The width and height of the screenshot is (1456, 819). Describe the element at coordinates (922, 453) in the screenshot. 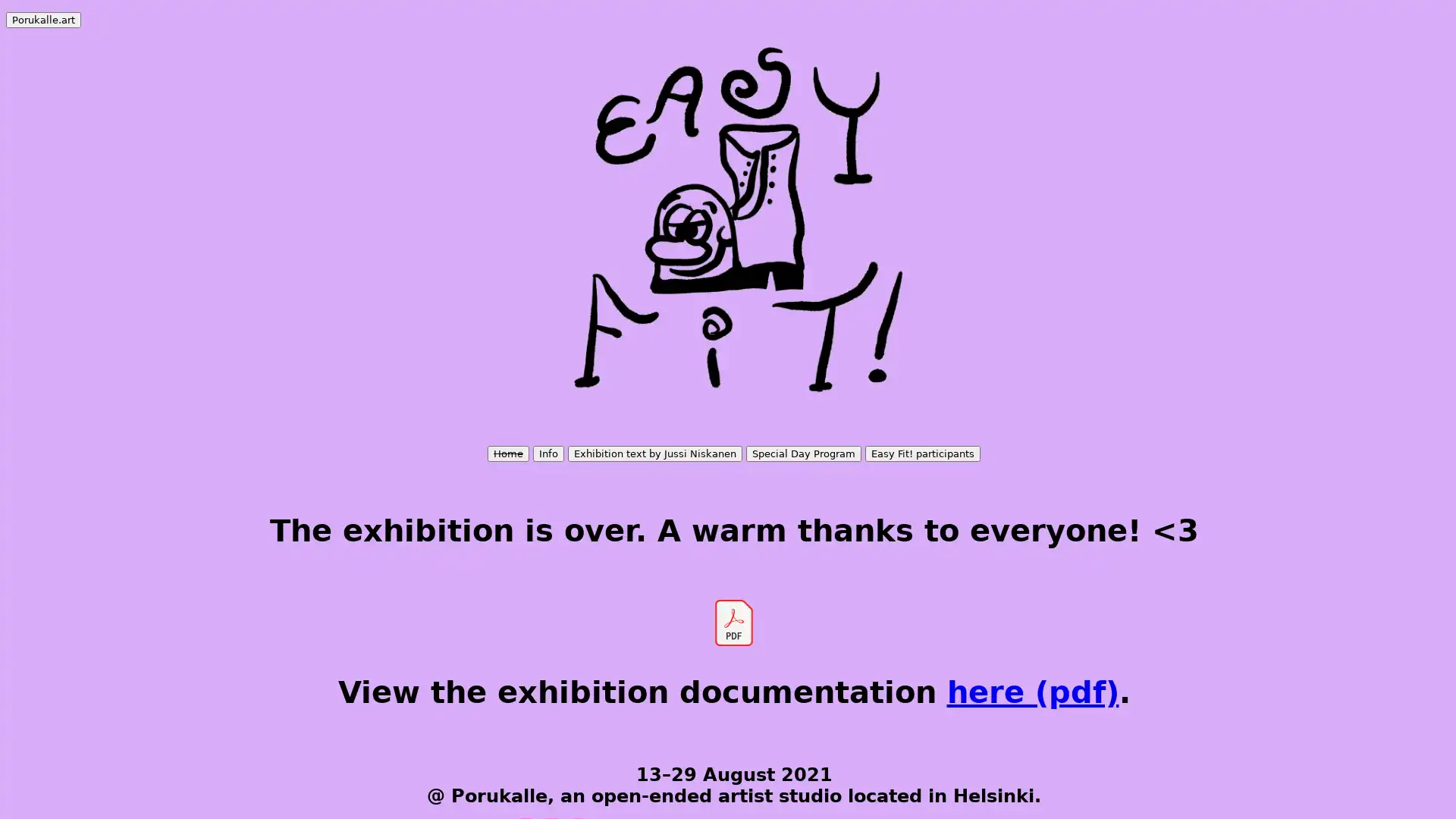

I see `Easy Fit! participants` at that location.